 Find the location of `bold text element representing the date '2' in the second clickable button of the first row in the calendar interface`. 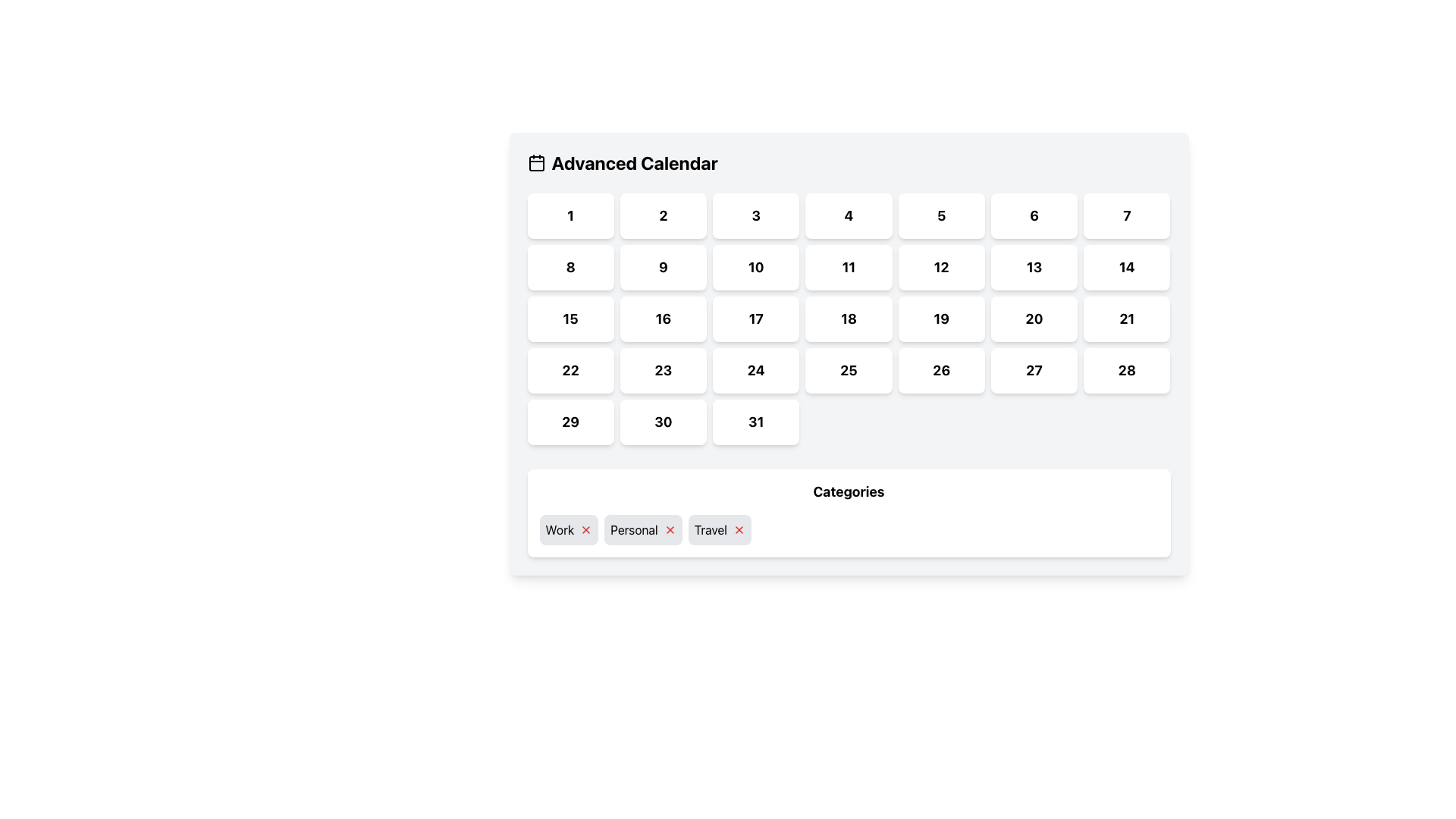

bold text element representing the date '2' in the second clickable button of the first row in the calendar interface is located at coordinates (663, 215).